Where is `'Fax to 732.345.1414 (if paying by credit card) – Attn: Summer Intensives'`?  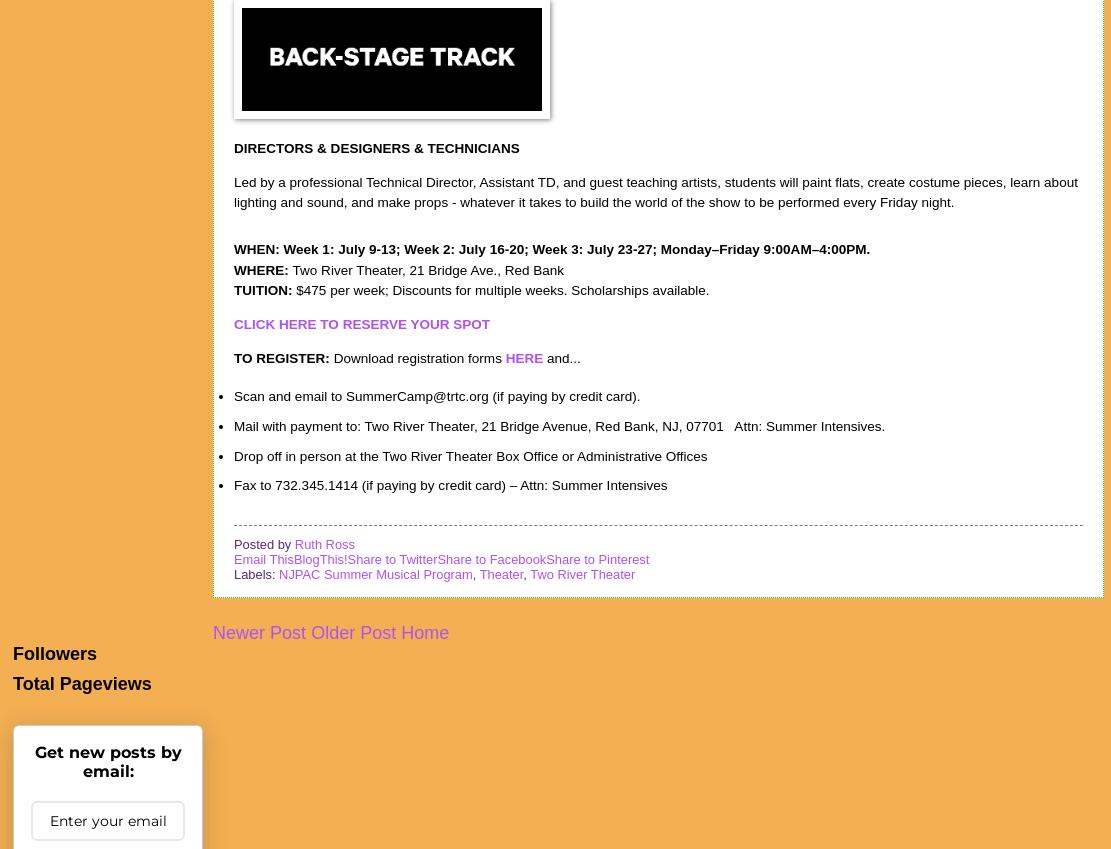 'Fax to 732.345.1414 (if paying by credit card) – Attn: Summer Intensives' is located at coordinates (449, 484).